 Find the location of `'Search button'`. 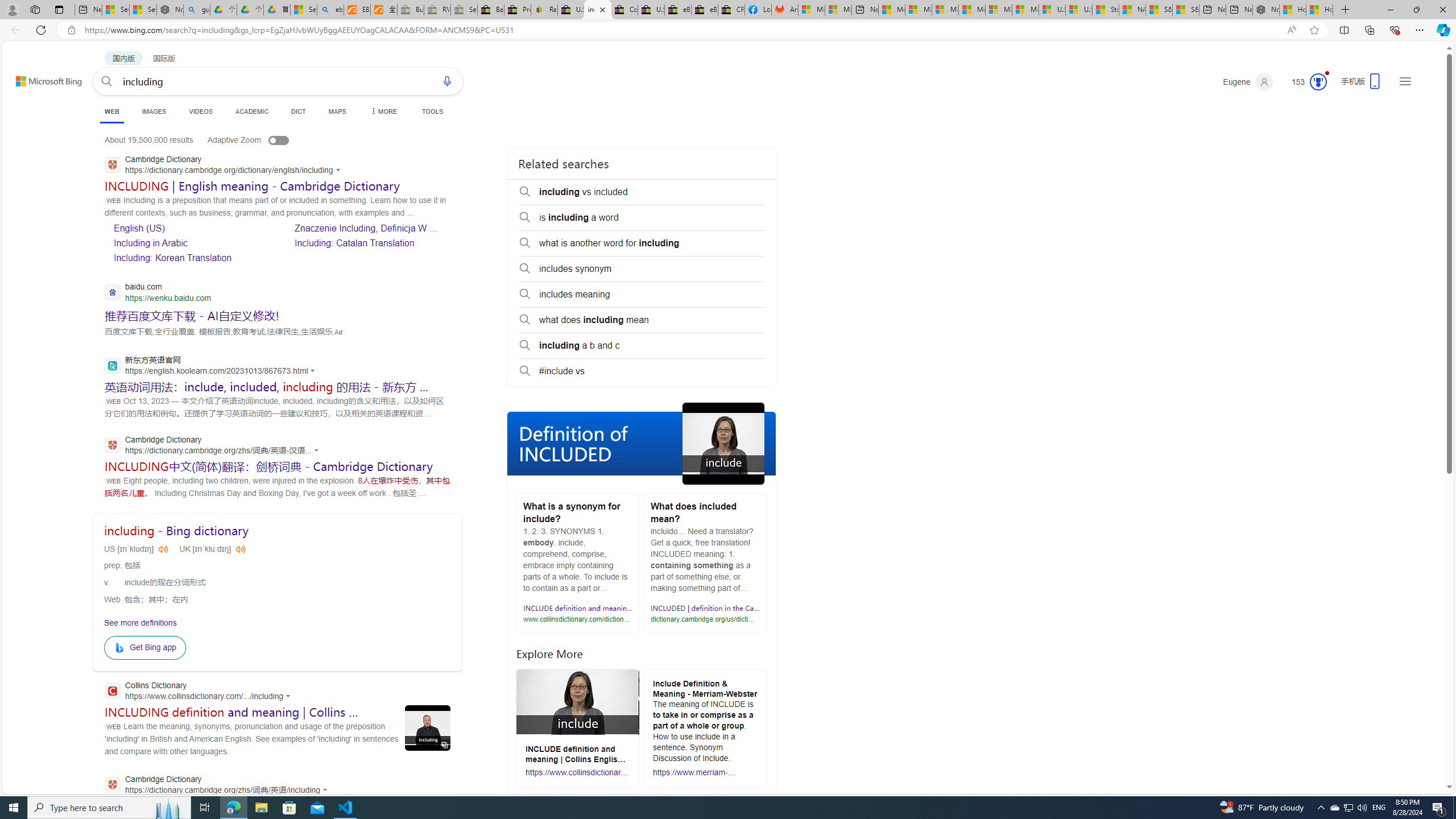

'Search button' is located at coordinates (106, 80).